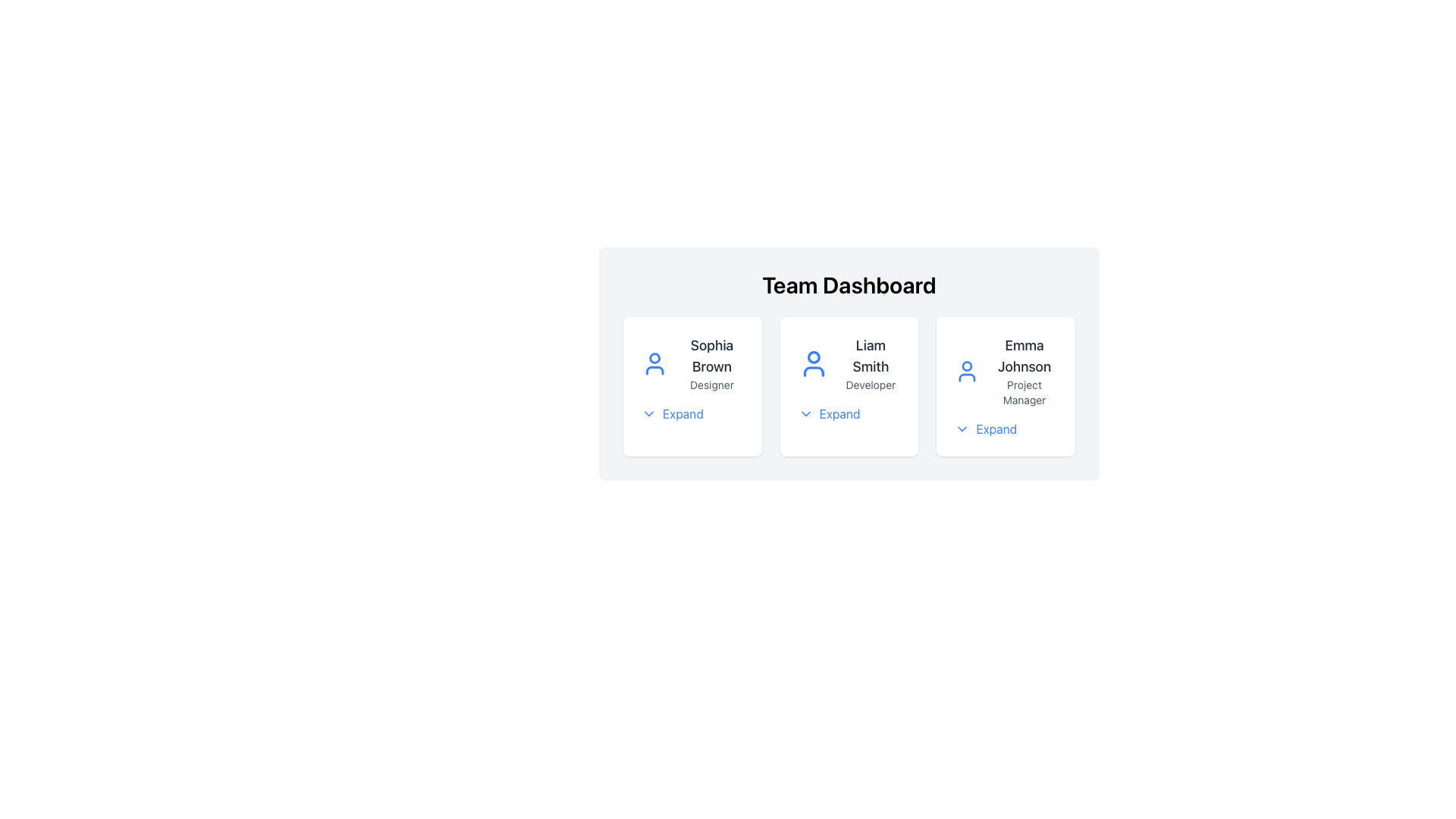  I want to click on the collapsible text element styled in blue font with an arrow icon, located below 'Liam Smith Developer', so click(848, 414).